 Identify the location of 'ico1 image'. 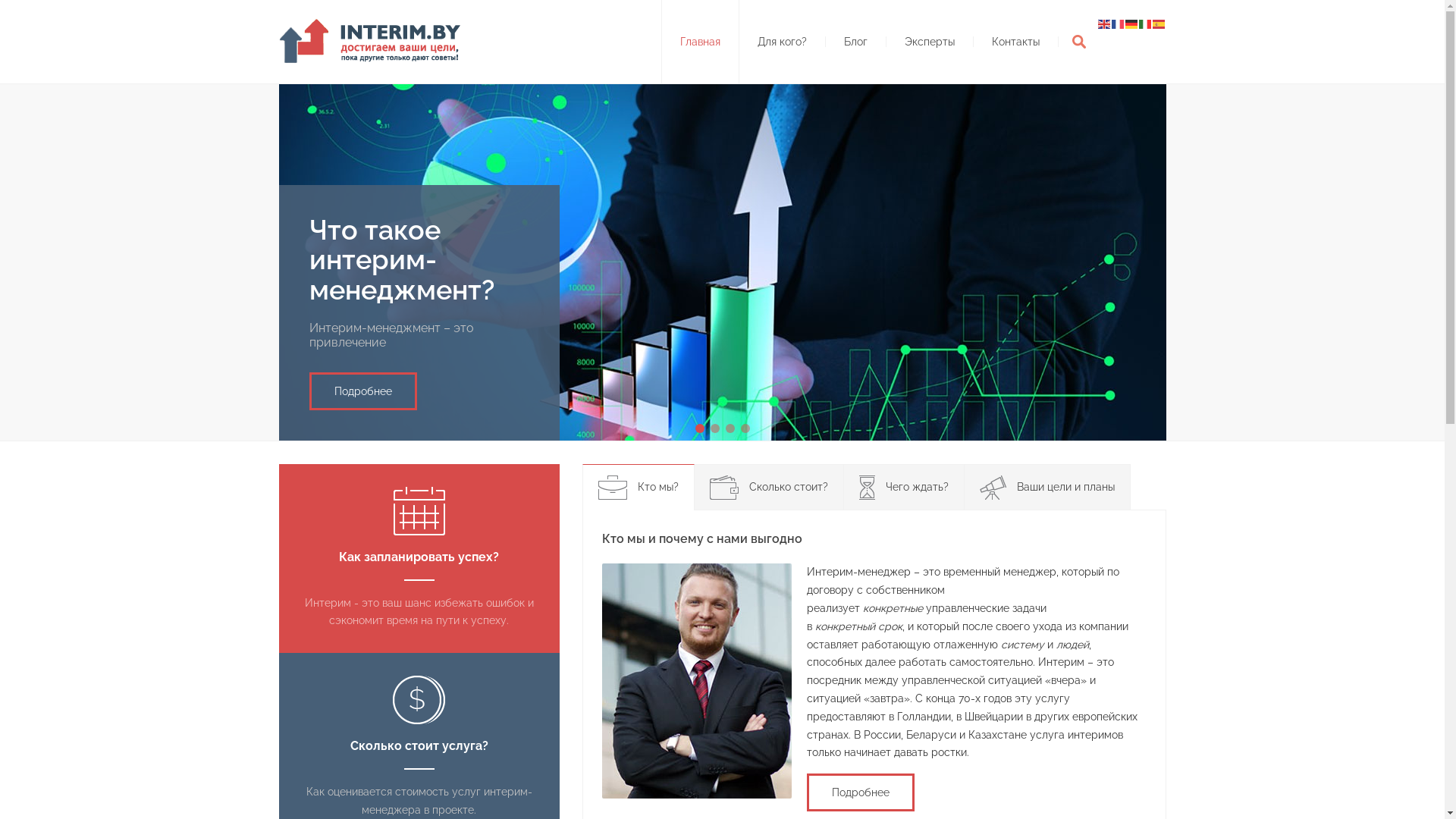
(596, 488).